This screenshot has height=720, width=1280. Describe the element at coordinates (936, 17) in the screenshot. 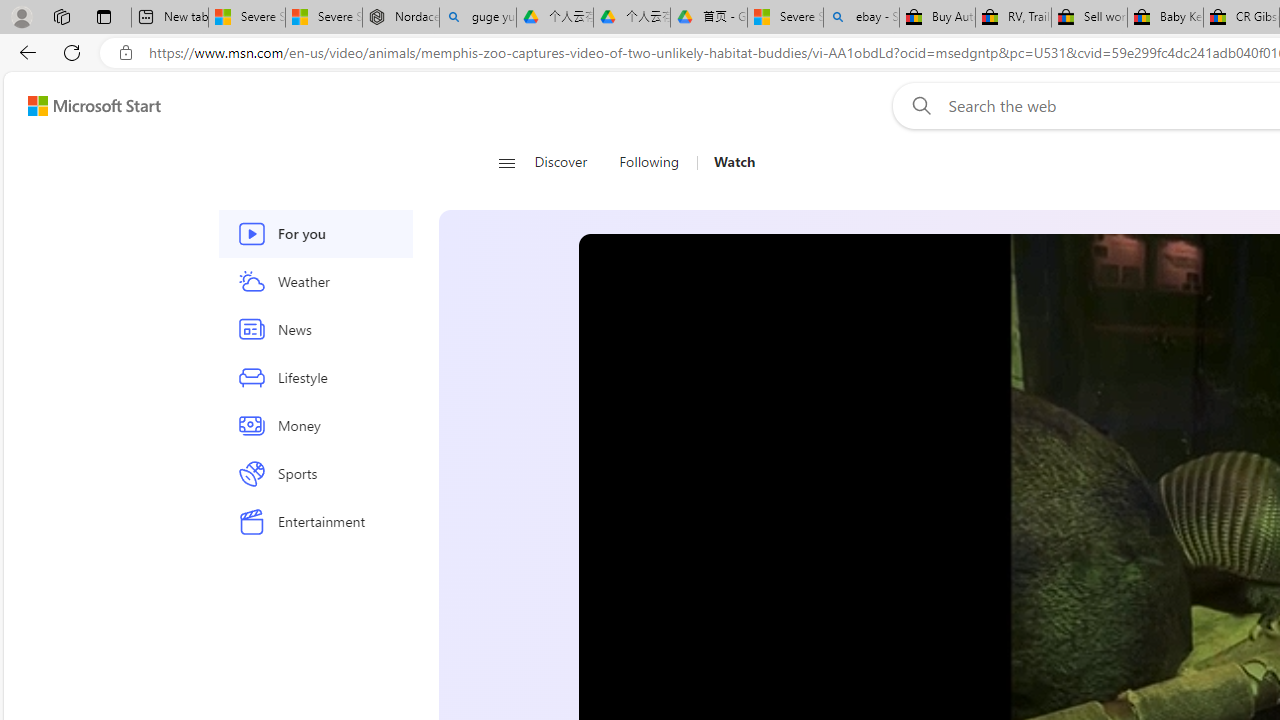

I see `'Buy Auto Parts & Accessories | eBay'` at that location.